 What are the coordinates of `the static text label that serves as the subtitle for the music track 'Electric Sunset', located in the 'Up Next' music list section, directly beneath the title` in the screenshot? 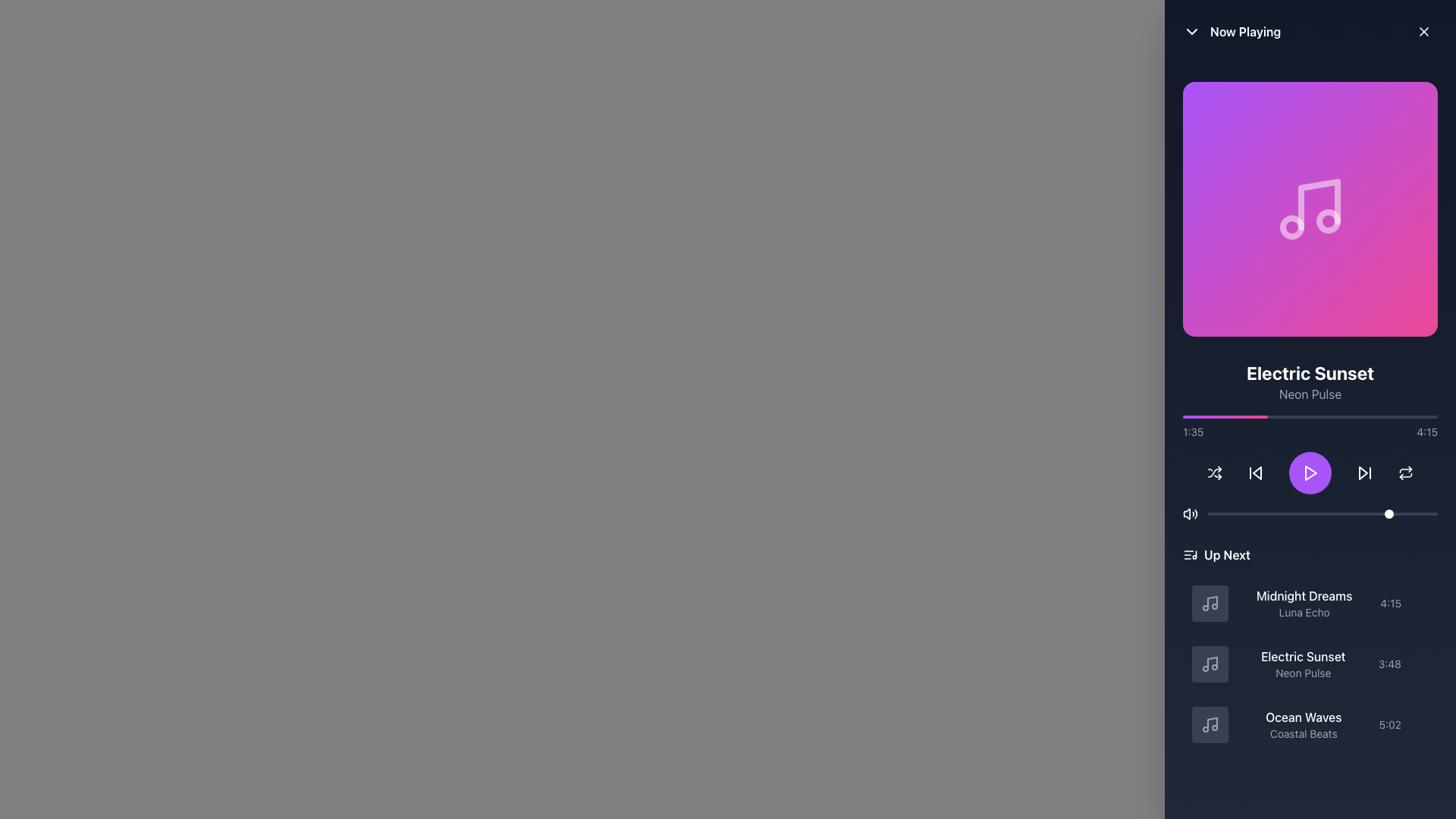 It's located at (1302, 672).